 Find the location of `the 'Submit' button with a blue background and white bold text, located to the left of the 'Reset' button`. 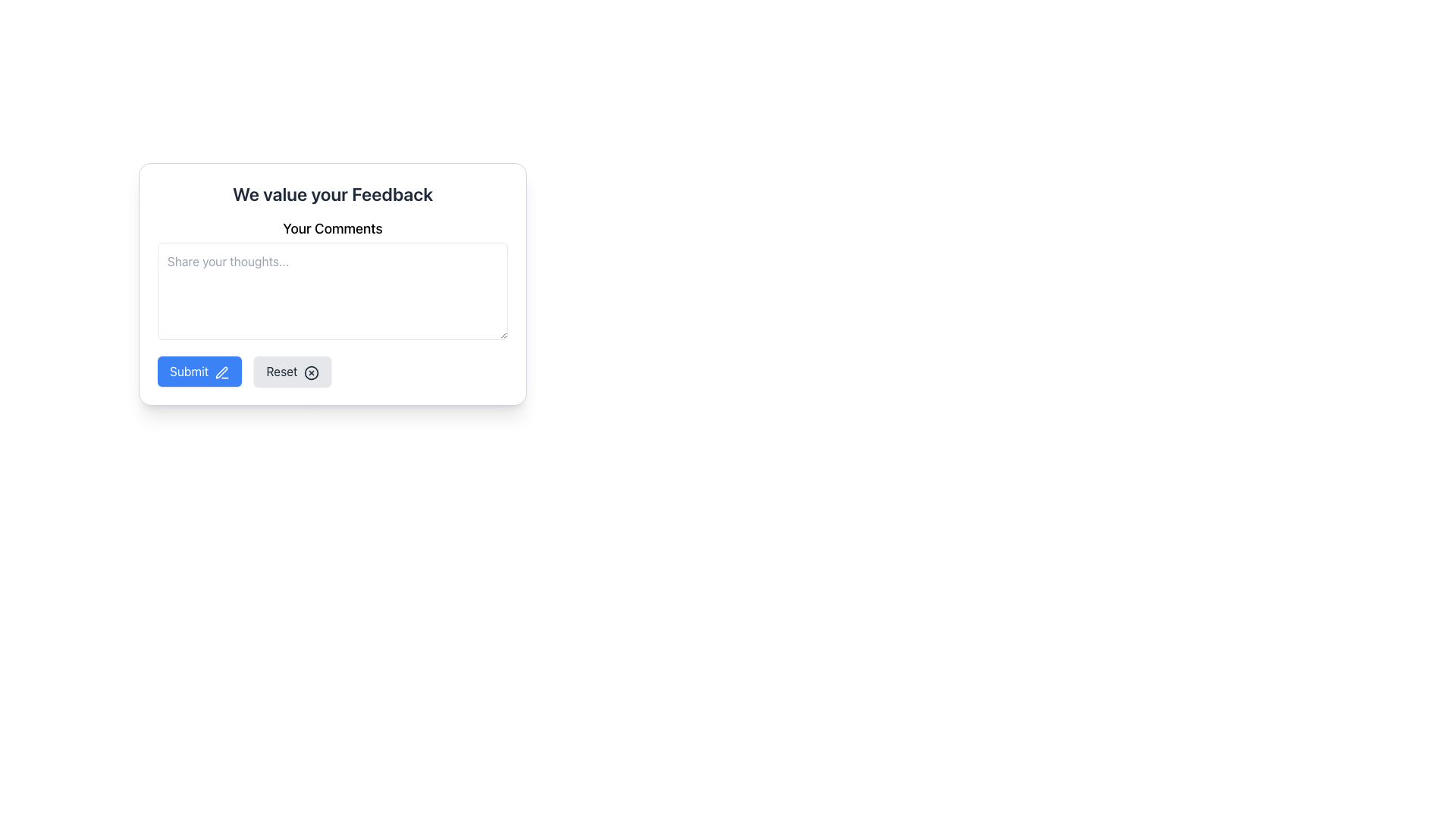

the 'Submit' button with a blue background and white bold text, located to the left of the 'Reset' button is located at coordinates (199, 371).